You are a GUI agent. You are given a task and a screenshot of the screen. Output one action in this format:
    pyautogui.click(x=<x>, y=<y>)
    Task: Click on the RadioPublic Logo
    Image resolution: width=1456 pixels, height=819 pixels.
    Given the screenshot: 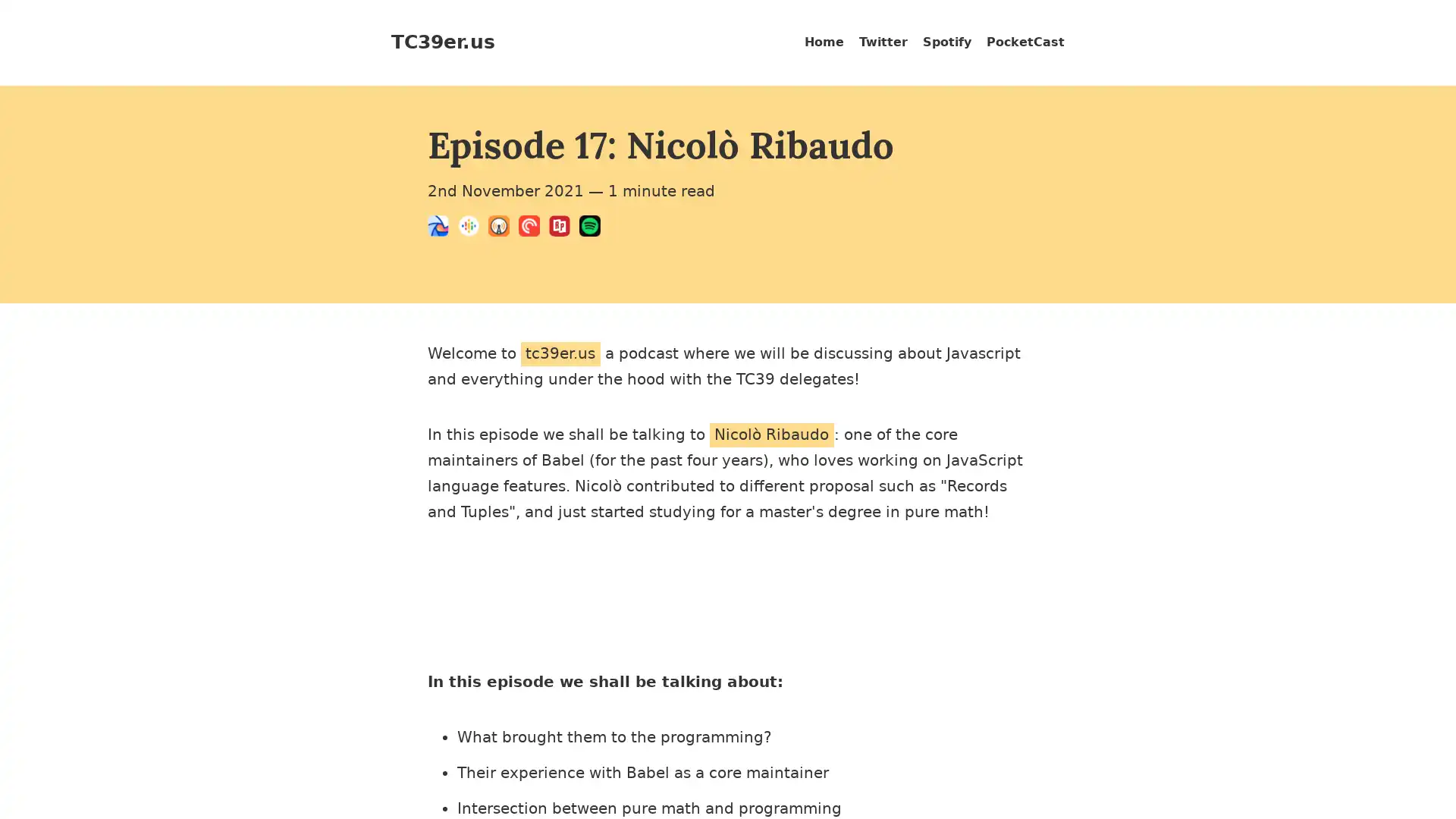 What is the action you would take?
    pyautogui.click(x=563, y=228)
    